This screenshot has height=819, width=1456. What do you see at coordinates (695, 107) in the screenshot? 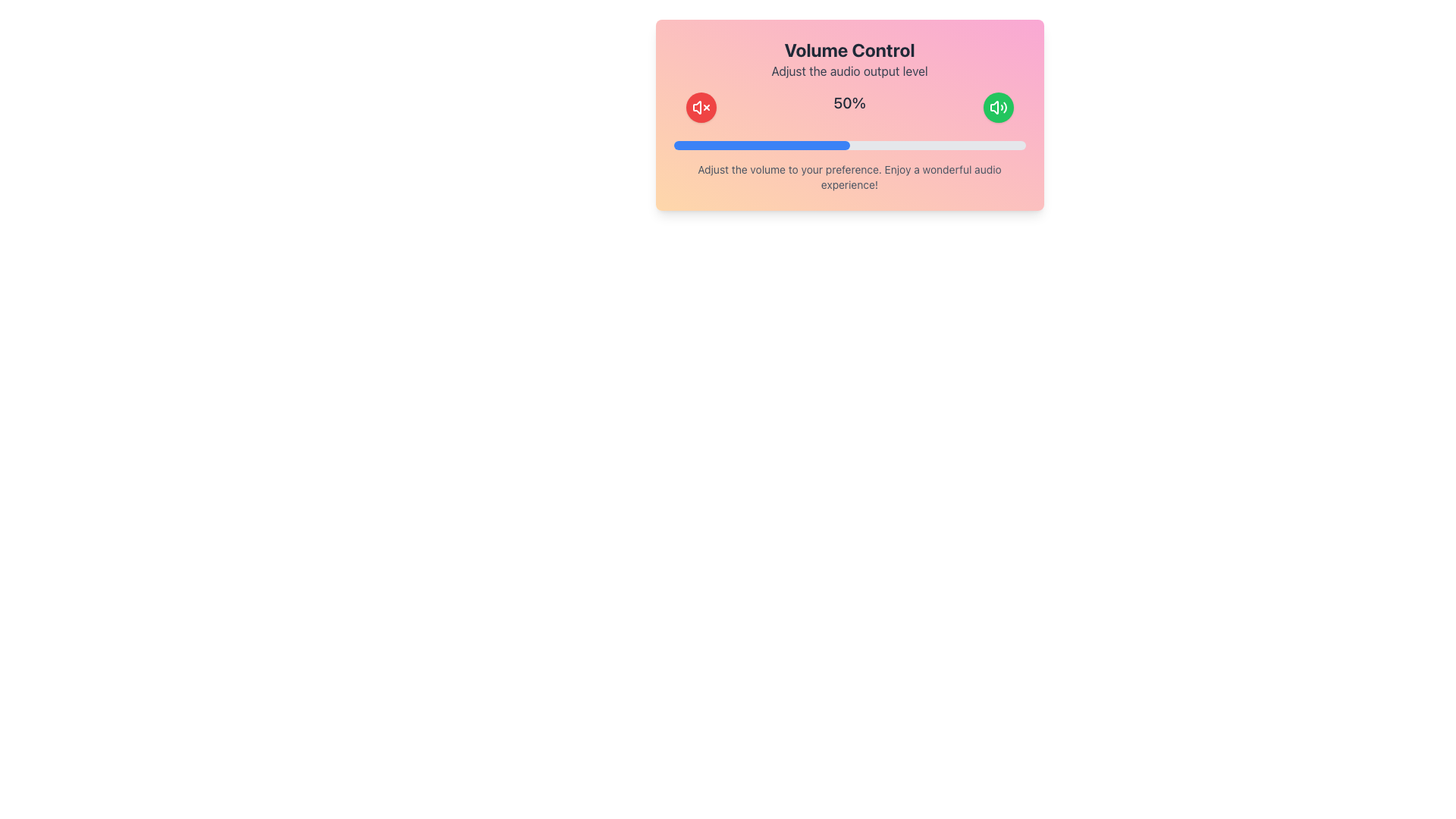
I see `the mute toggle button located within the pink-orange gradient card layout, to the left of the volume percentage display` at bounding box center [695, 107].